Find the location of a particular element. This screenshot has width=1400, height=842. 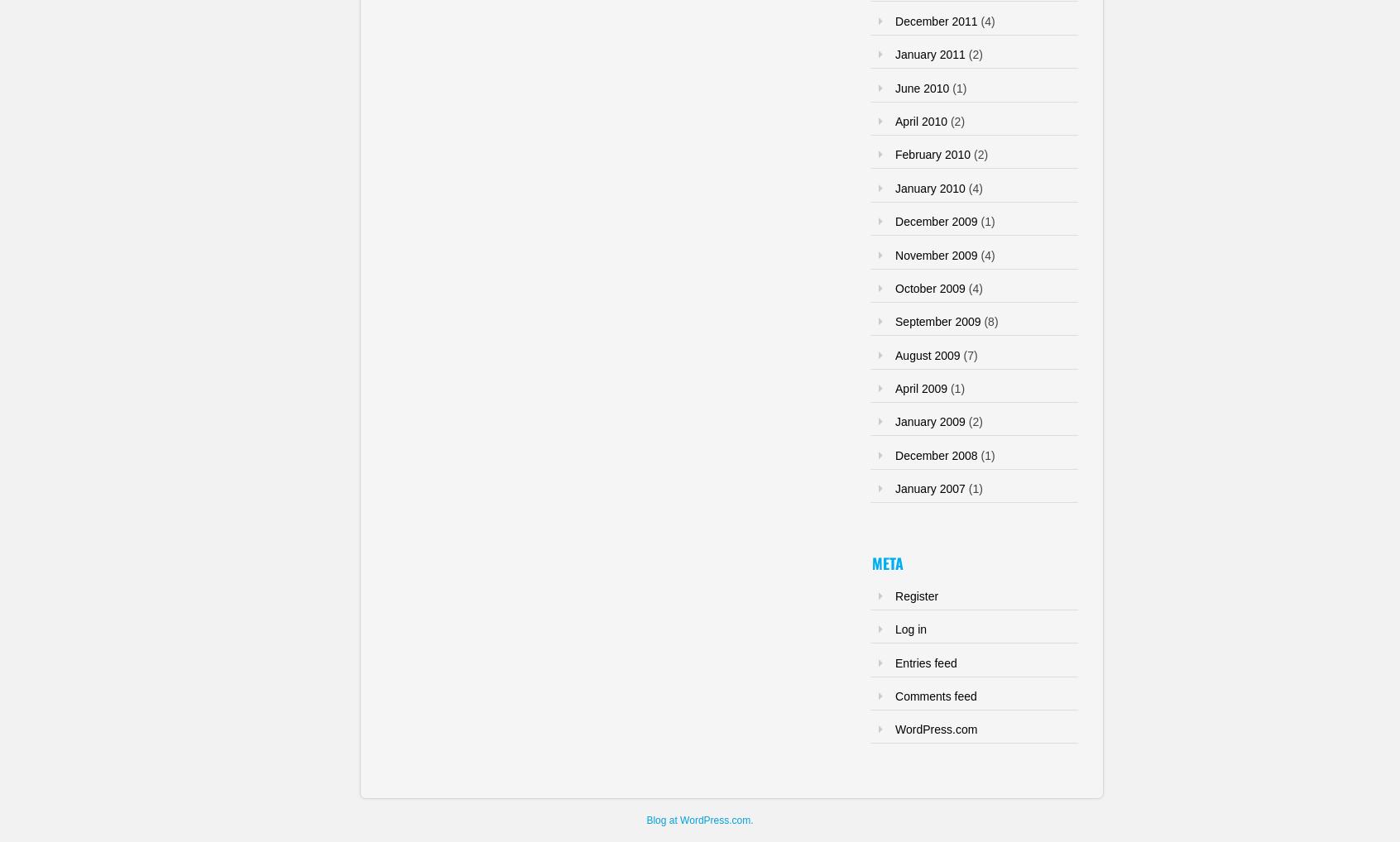

'Entries feed' is located at coordinates (925, 662).